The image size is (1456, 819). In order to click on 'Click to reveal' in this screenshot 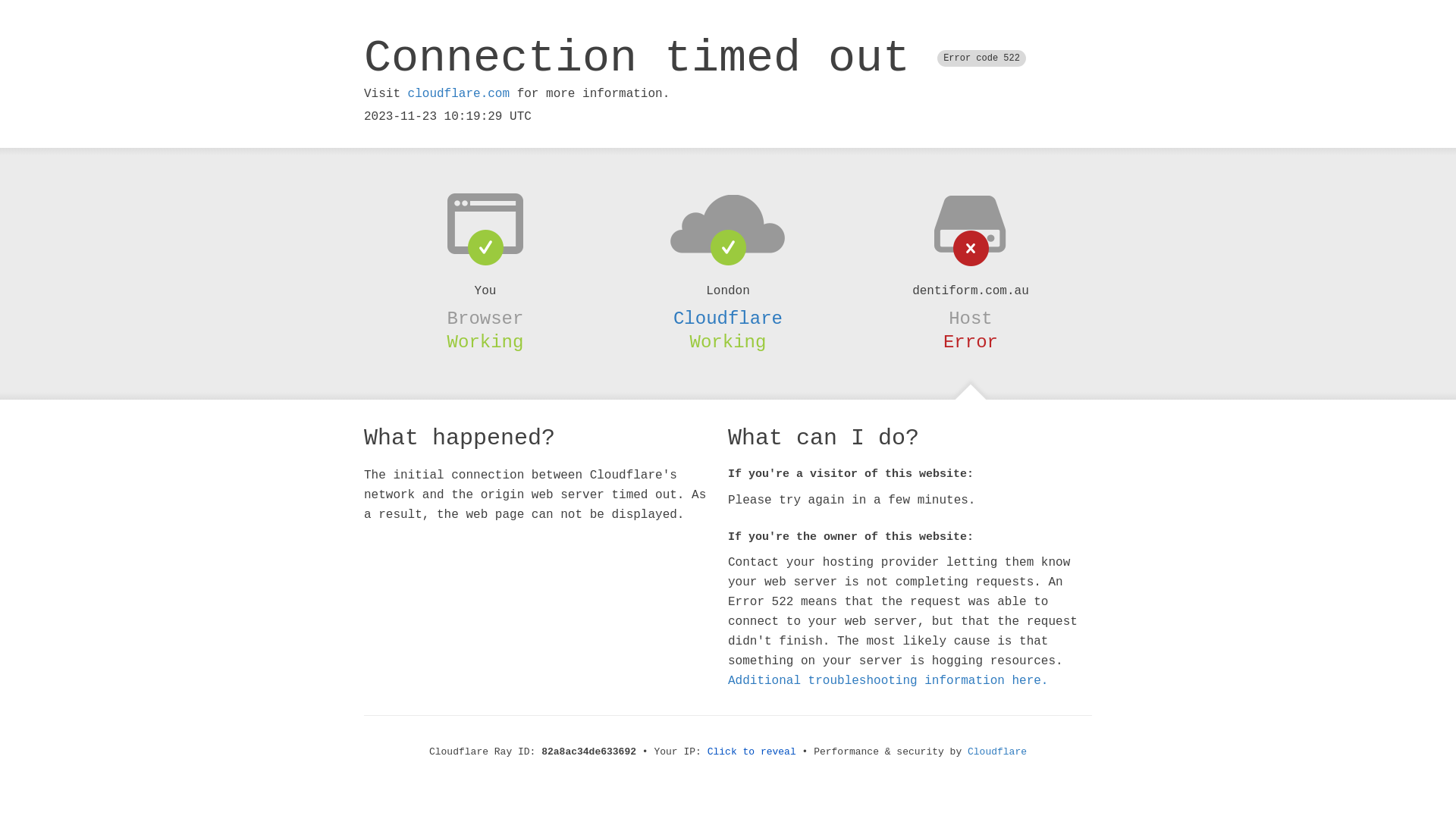, I will do `click(752, 752)`.